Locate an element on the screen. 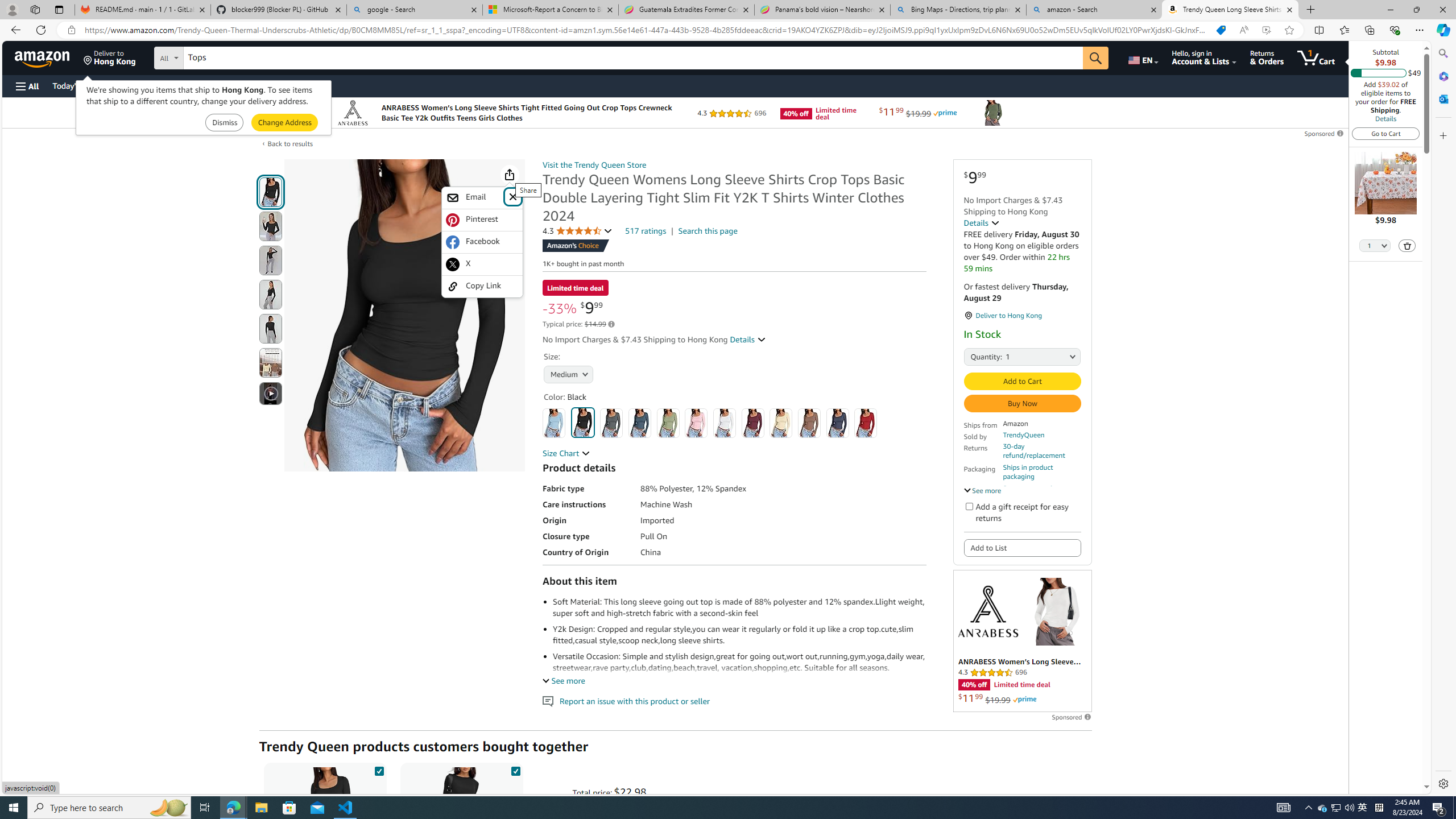 This screenshot has height=819, width=1456. 'TrendyQueen' is located at coordinates (1023, 434).